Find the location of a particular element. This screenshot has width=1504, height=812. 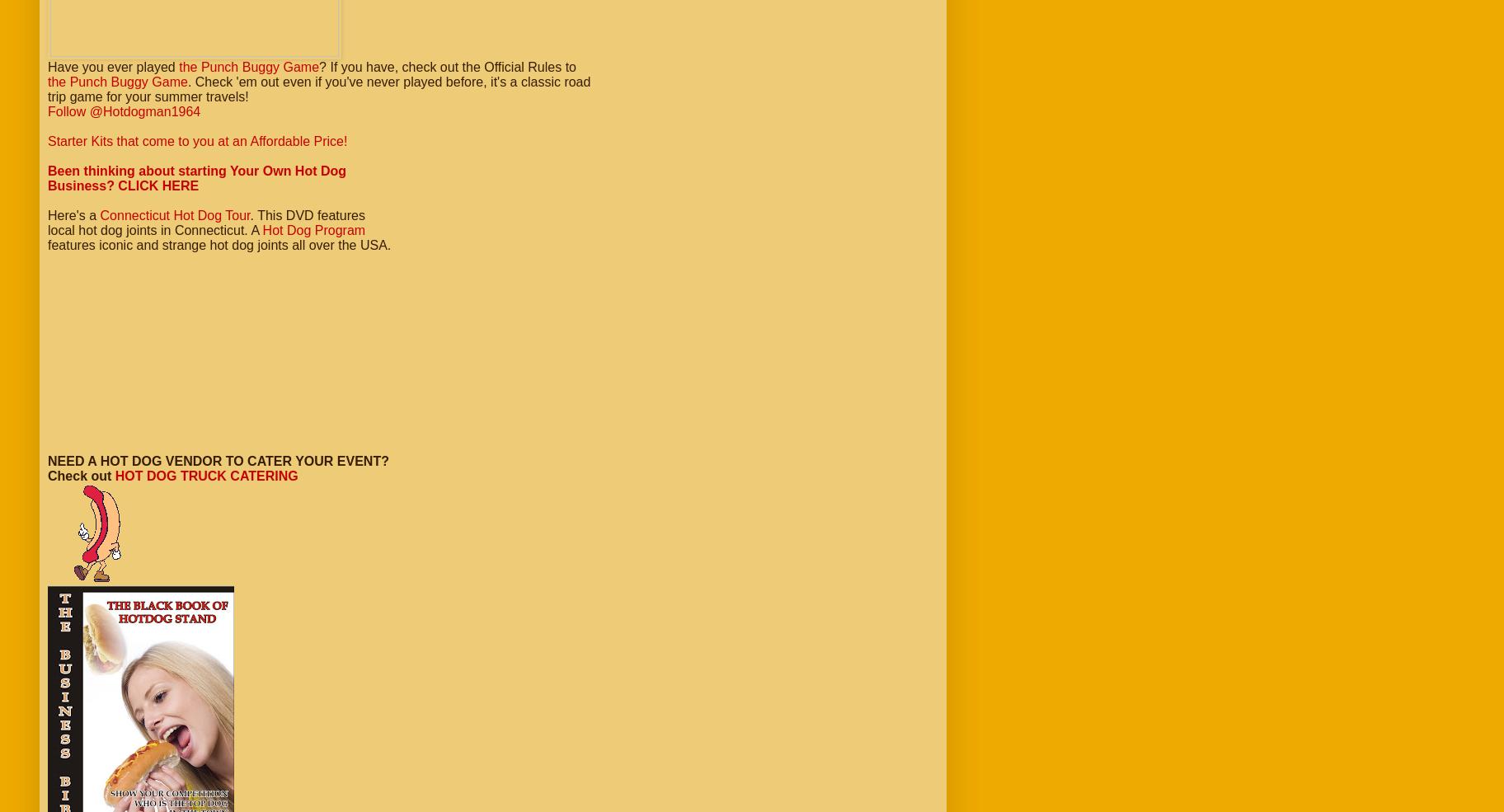

'Hot Dog Program' is located at coordinates (313, 229).